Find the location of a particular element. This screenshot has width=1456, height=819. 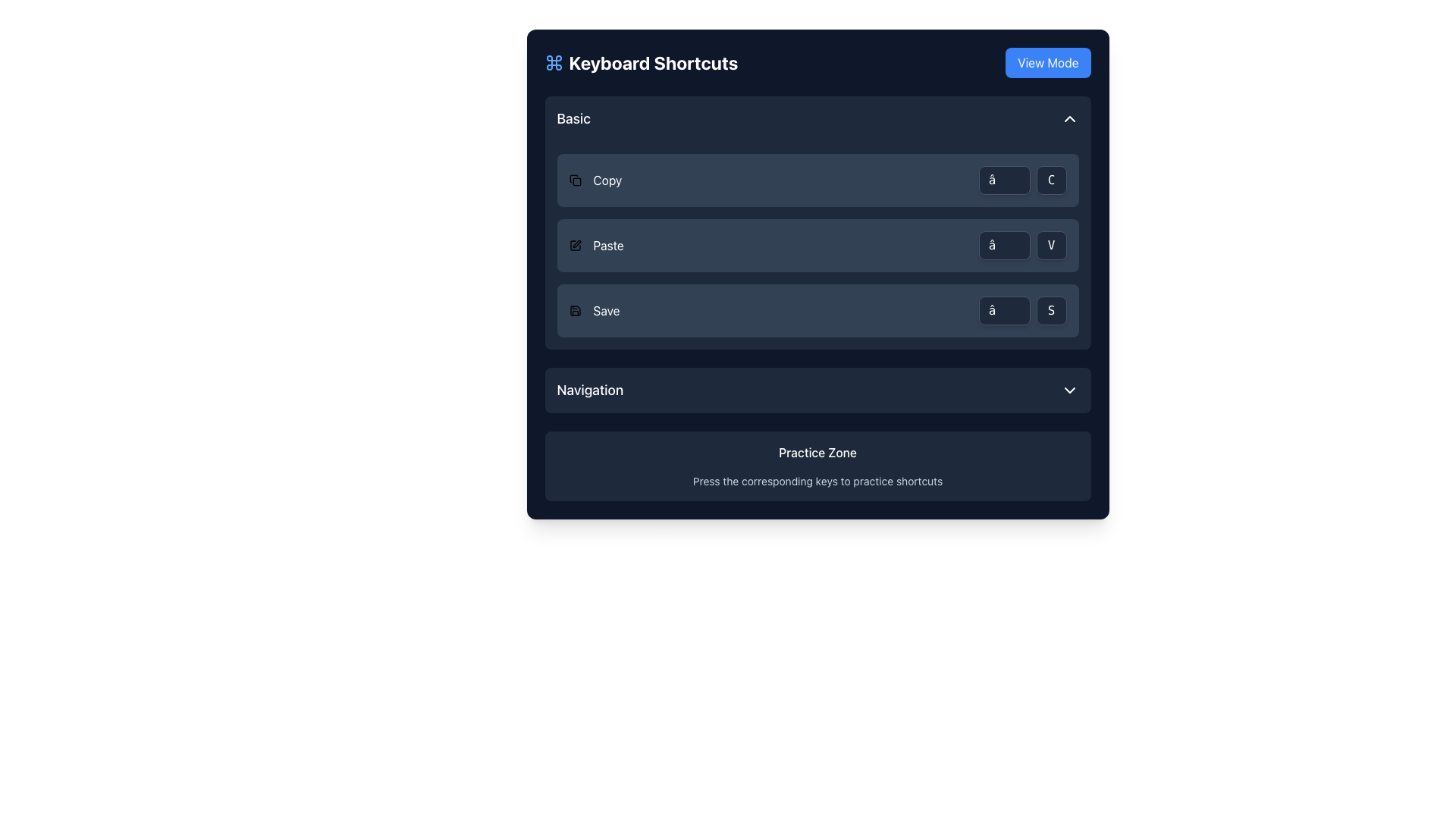

the text label that displays 'Paste' in white color against a dark blue background, which is the second item in the 'Basic' section of the 'Keyboard Shortcuts' interface is located at coordinates (608, 245).